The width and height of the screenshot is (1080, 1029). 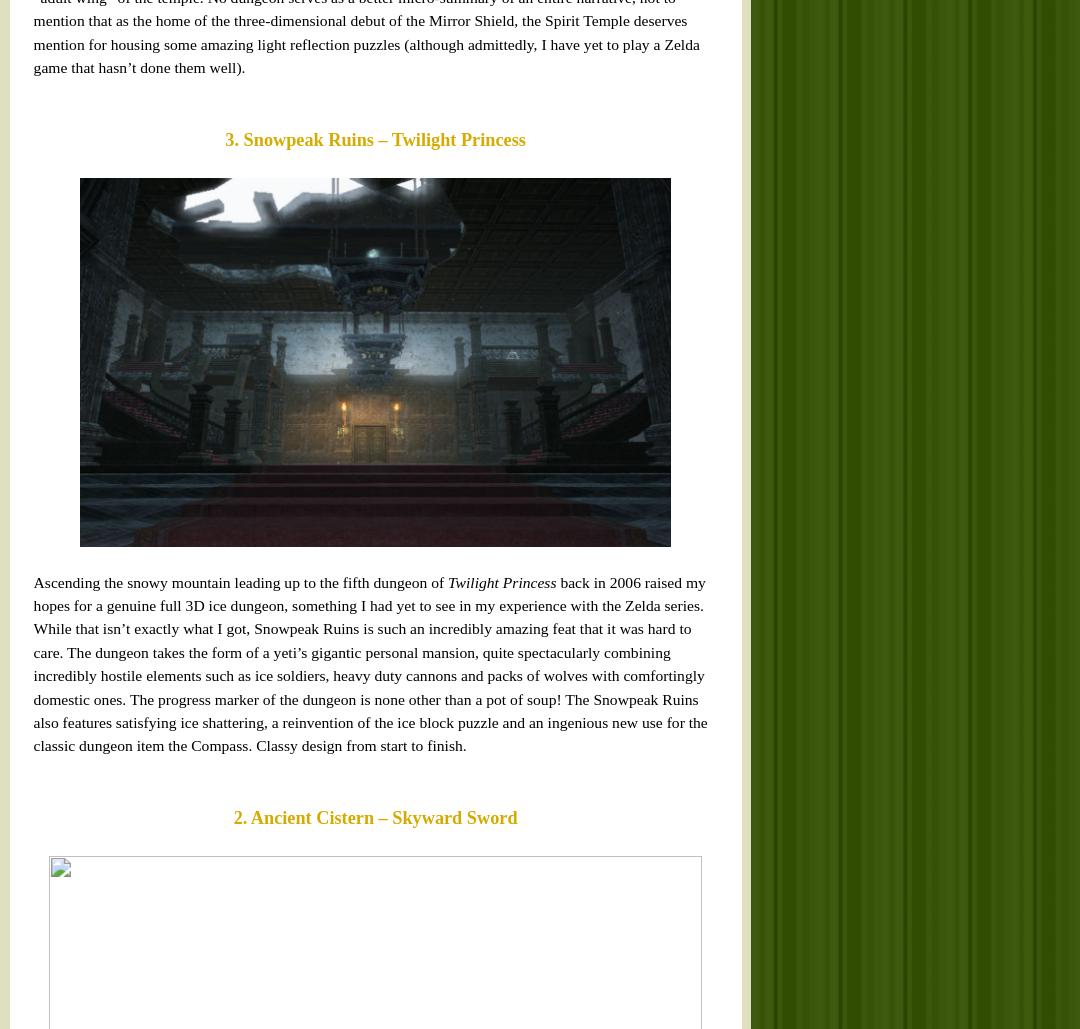 I want to click on 'Sky Keep – Skyward Sword', so click(x=111, y=591).